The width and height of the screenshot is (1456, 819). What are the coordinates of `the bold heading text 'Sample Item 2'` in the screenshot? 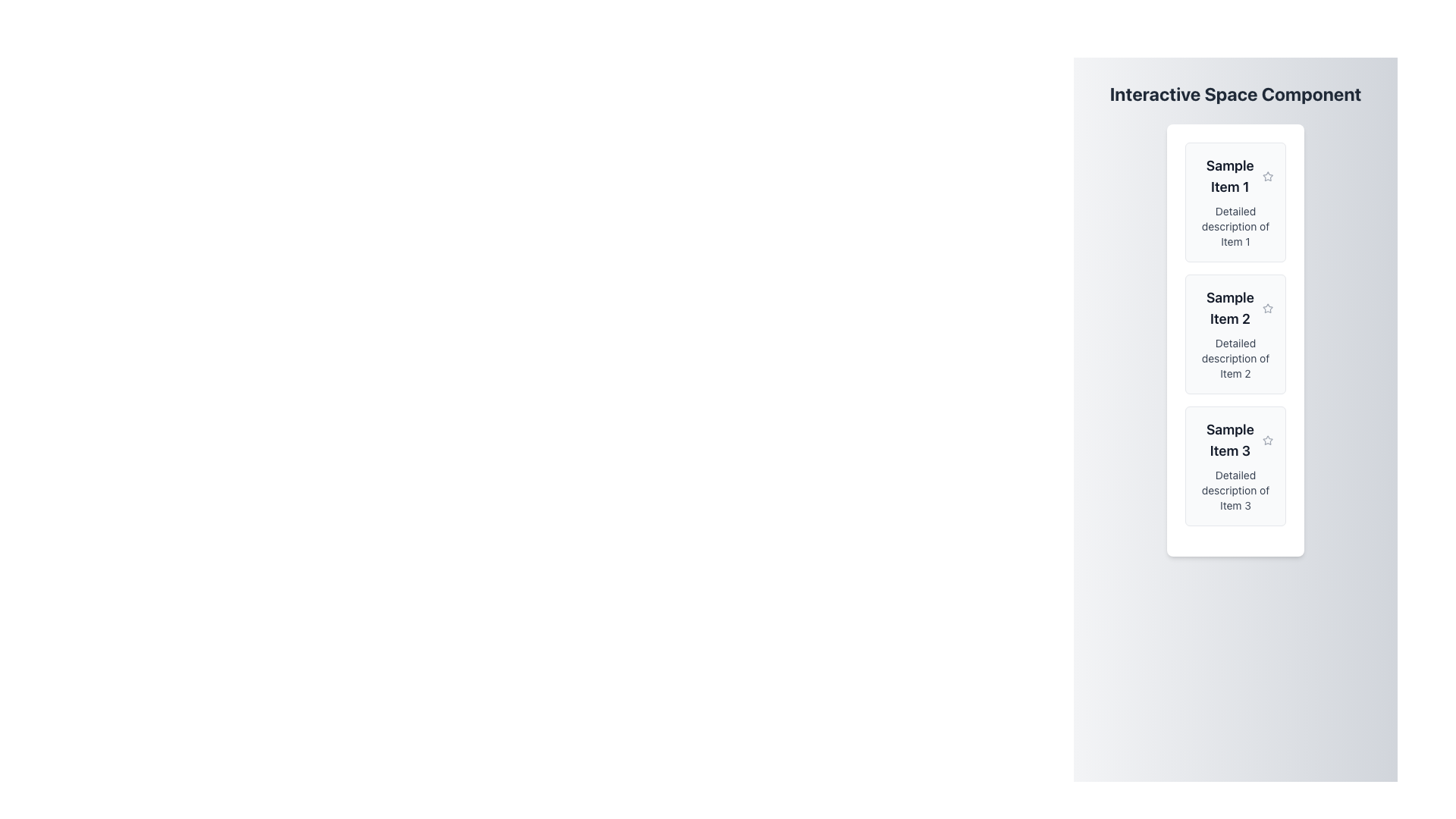 It's located at (1230, 308).